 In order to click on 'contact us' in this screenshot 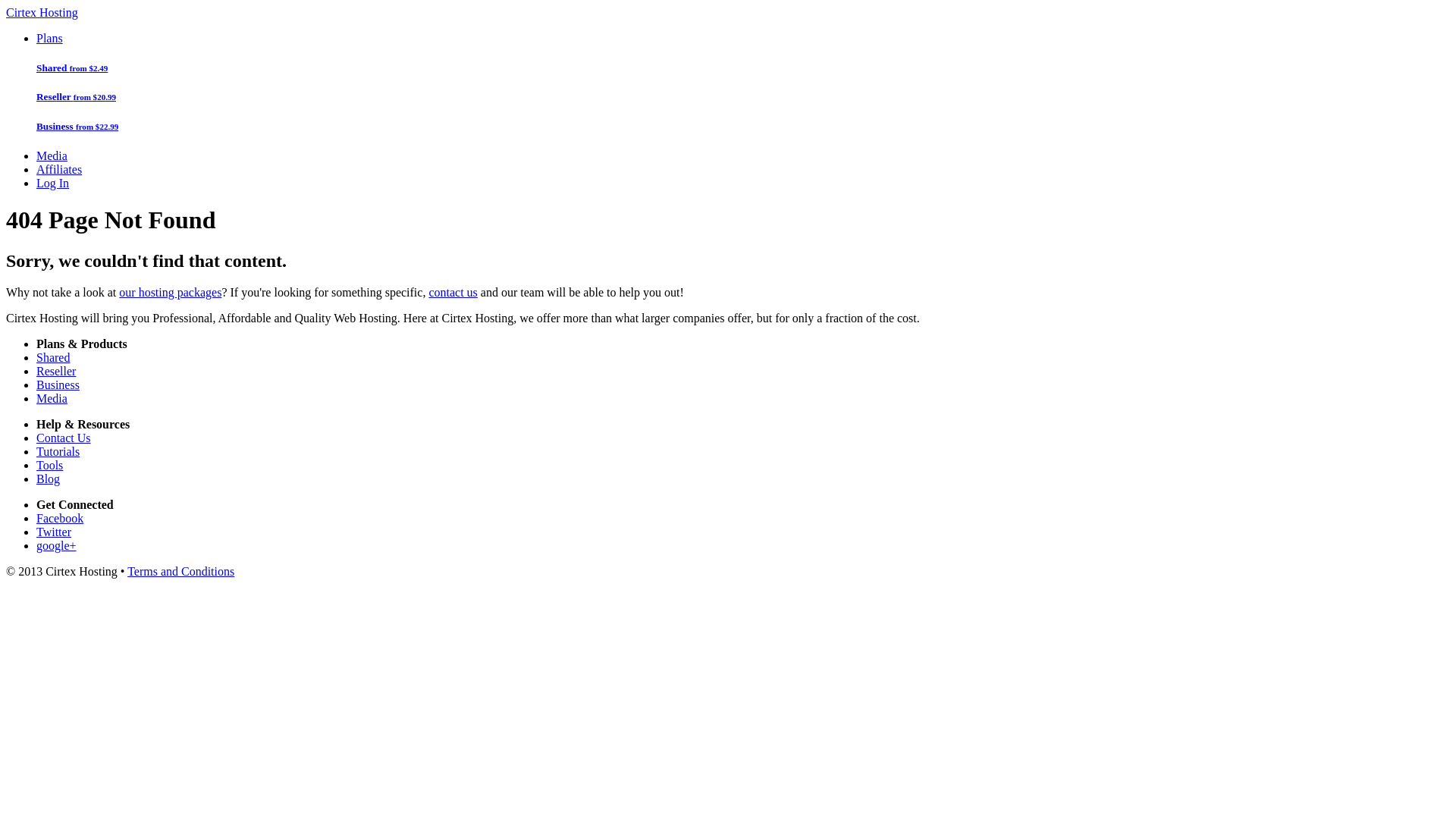, I will do `click(451, 292)`.